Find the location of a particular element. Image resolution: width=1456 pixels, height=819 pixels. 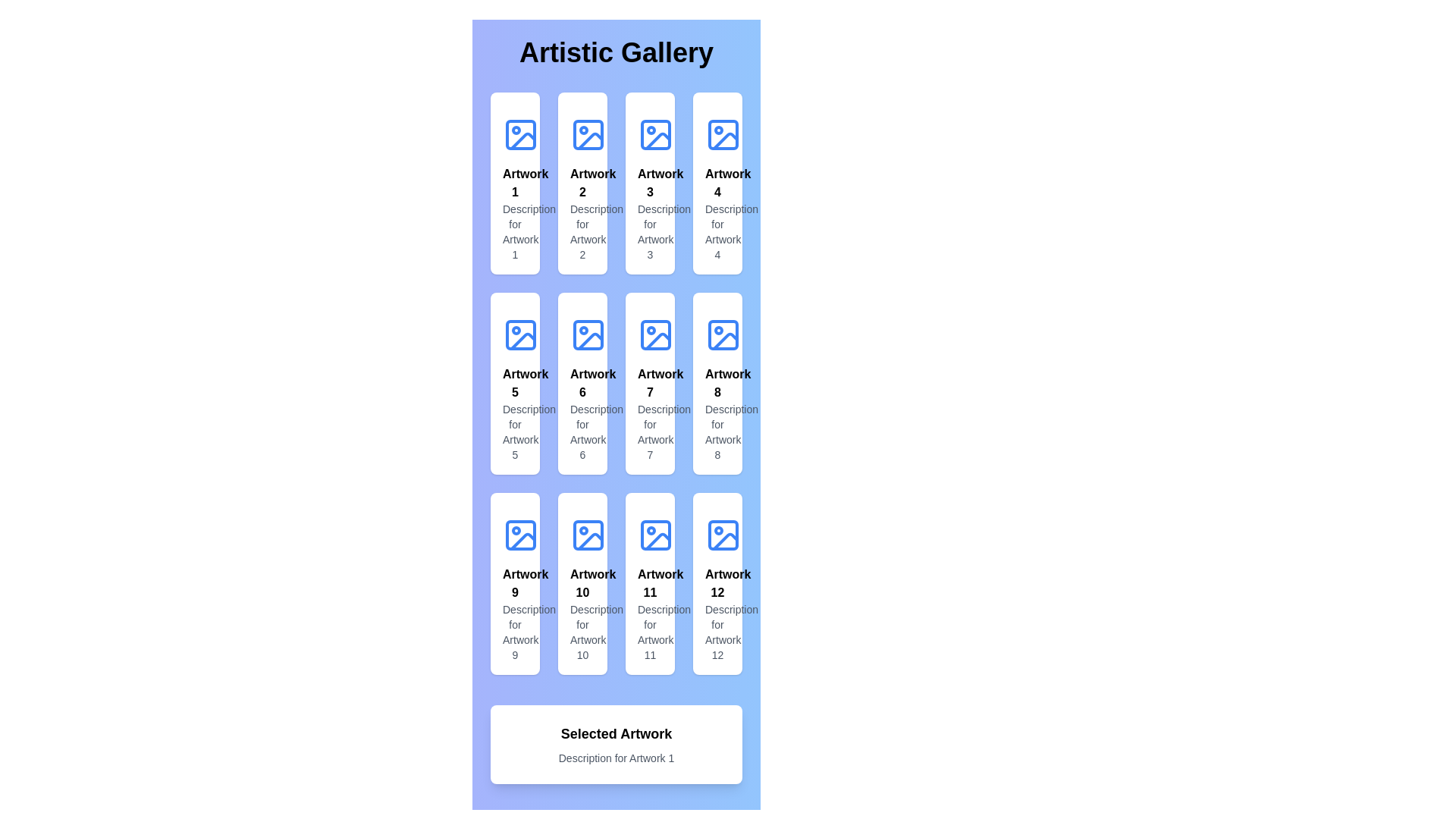

the text label that reads 'Description for Artwork 12', which is styled in small, centered gray text and located below the bold text 'Artwork 12' in the grid layout is located at coordinates (717, 632).